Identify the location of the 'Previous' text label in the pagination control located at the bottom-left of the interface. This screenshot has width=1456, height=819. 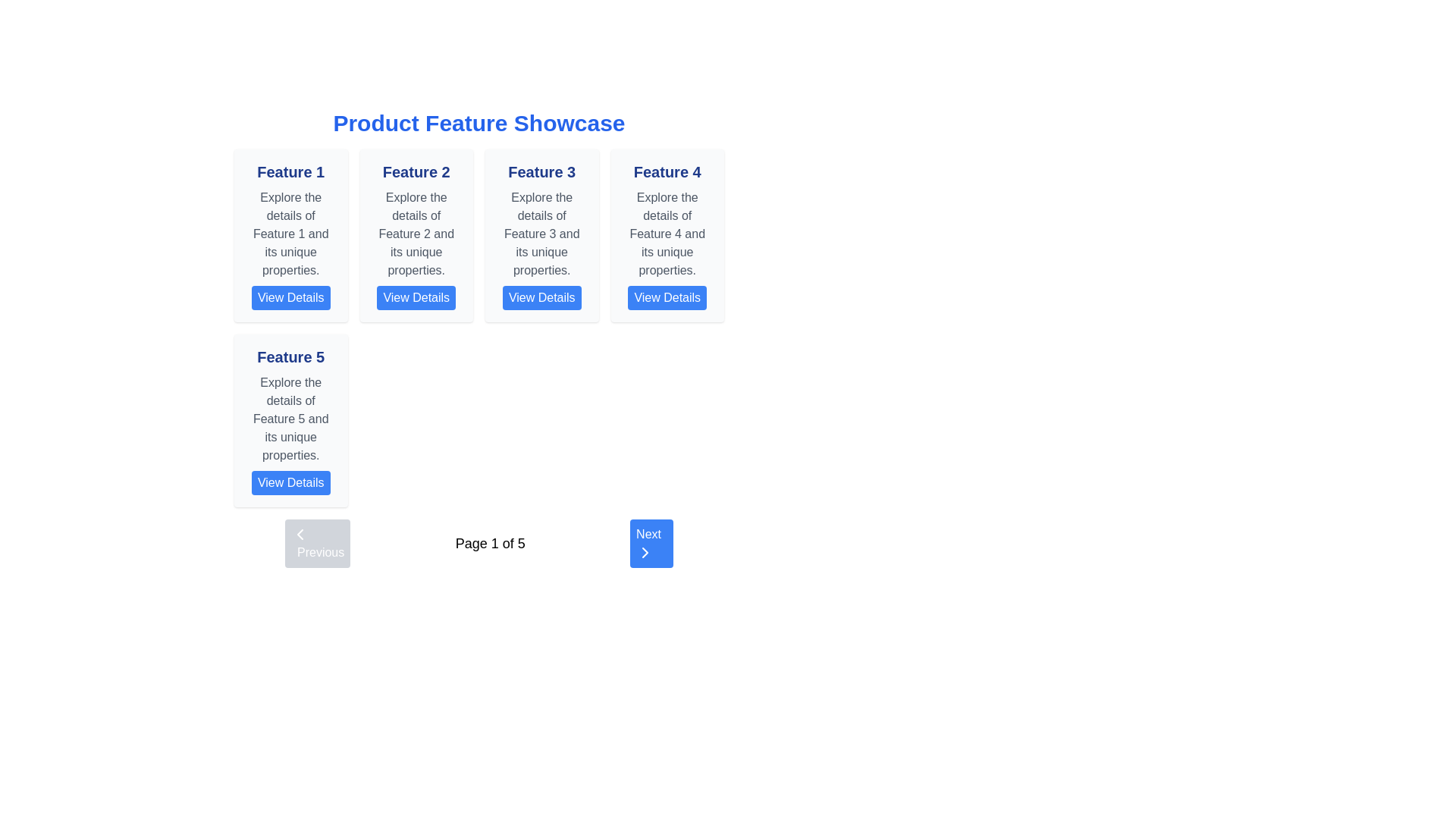
(320, 552).